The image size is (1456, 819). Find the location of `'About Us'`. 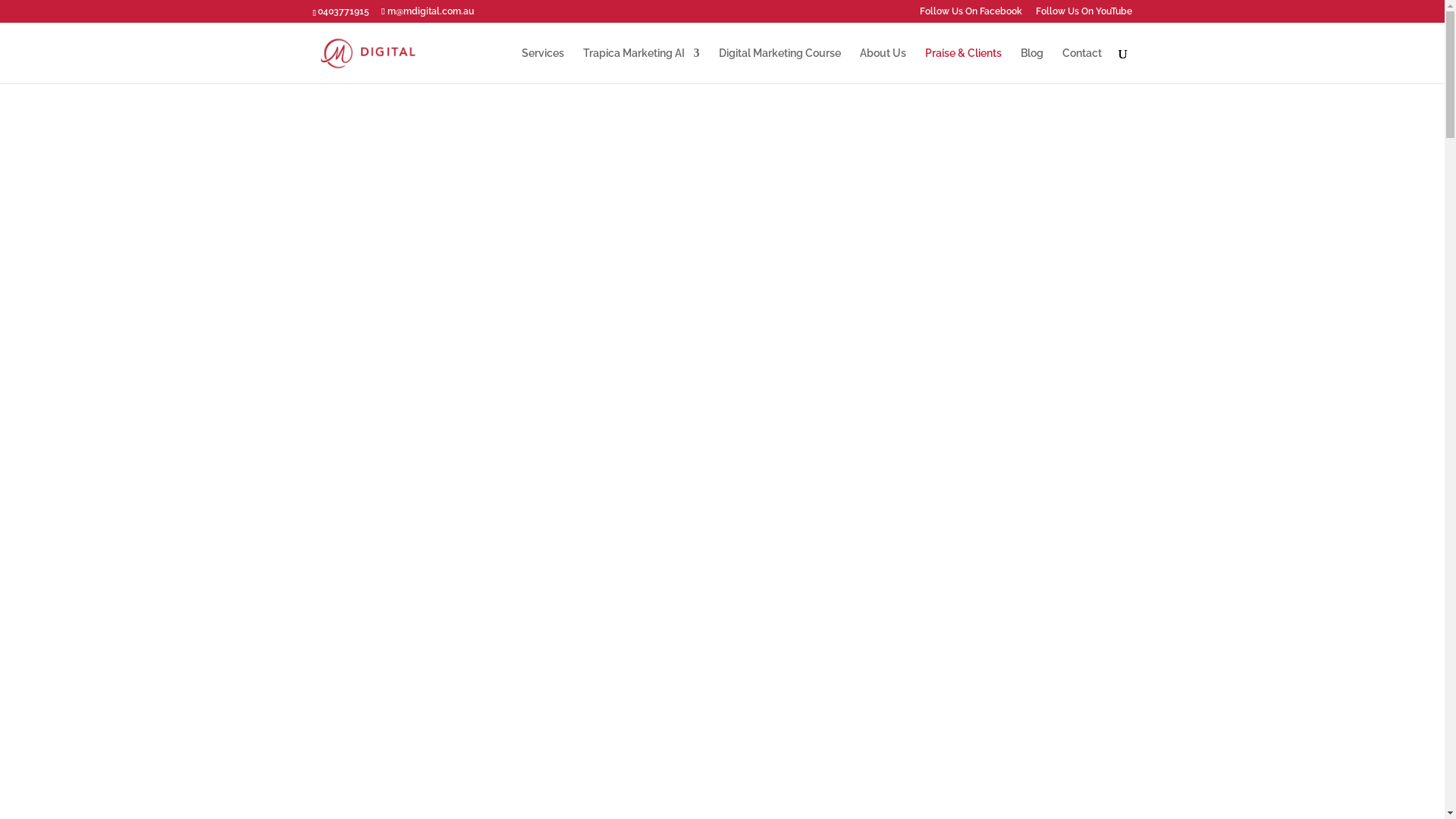

'About Us' is located at coordinates (859, 64).